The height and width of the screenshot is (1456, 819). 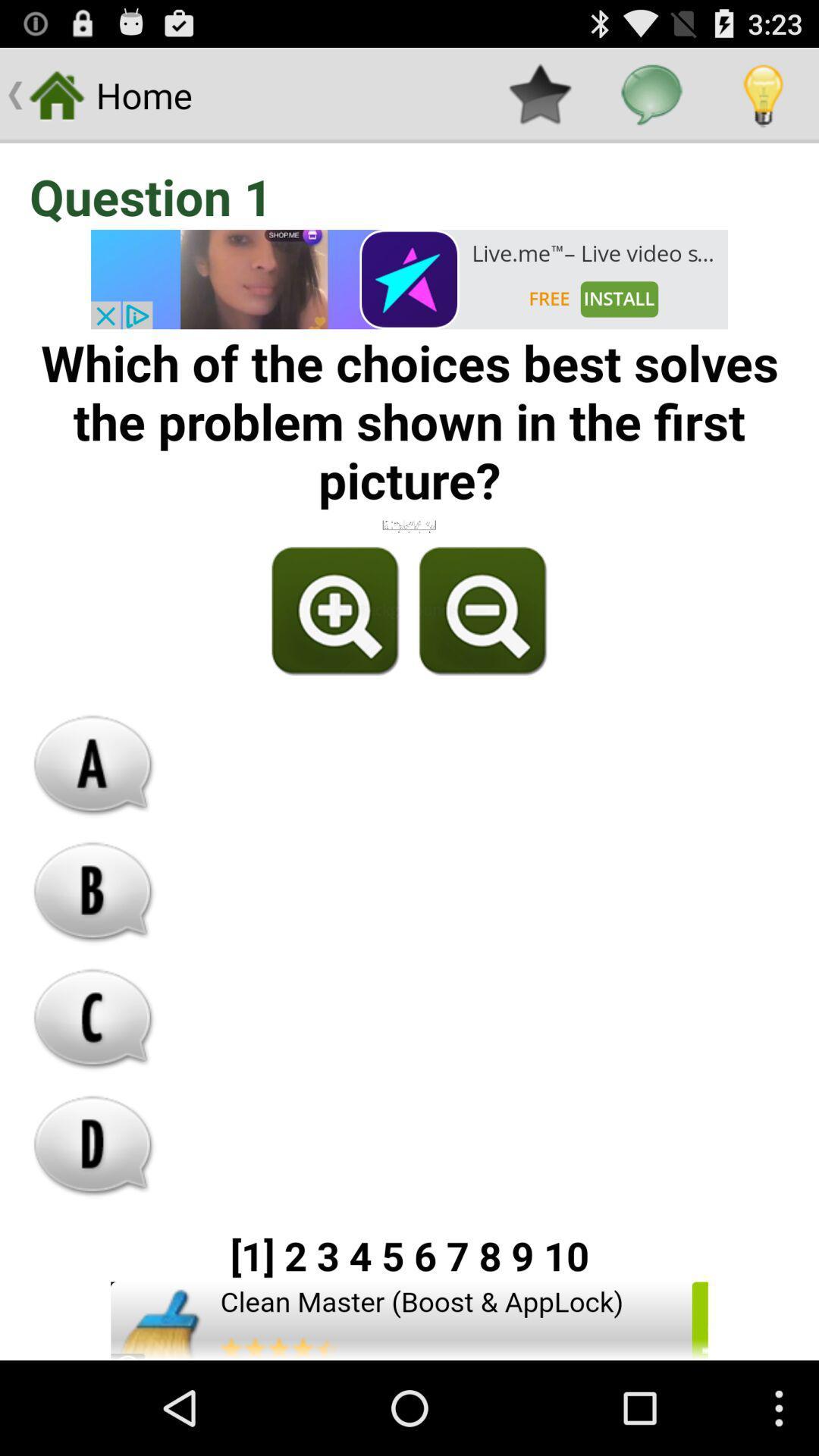 What do you see at coordinates (335, 611) in the screenshot?
I see `the zoom button` at bounding box center [335, 611].